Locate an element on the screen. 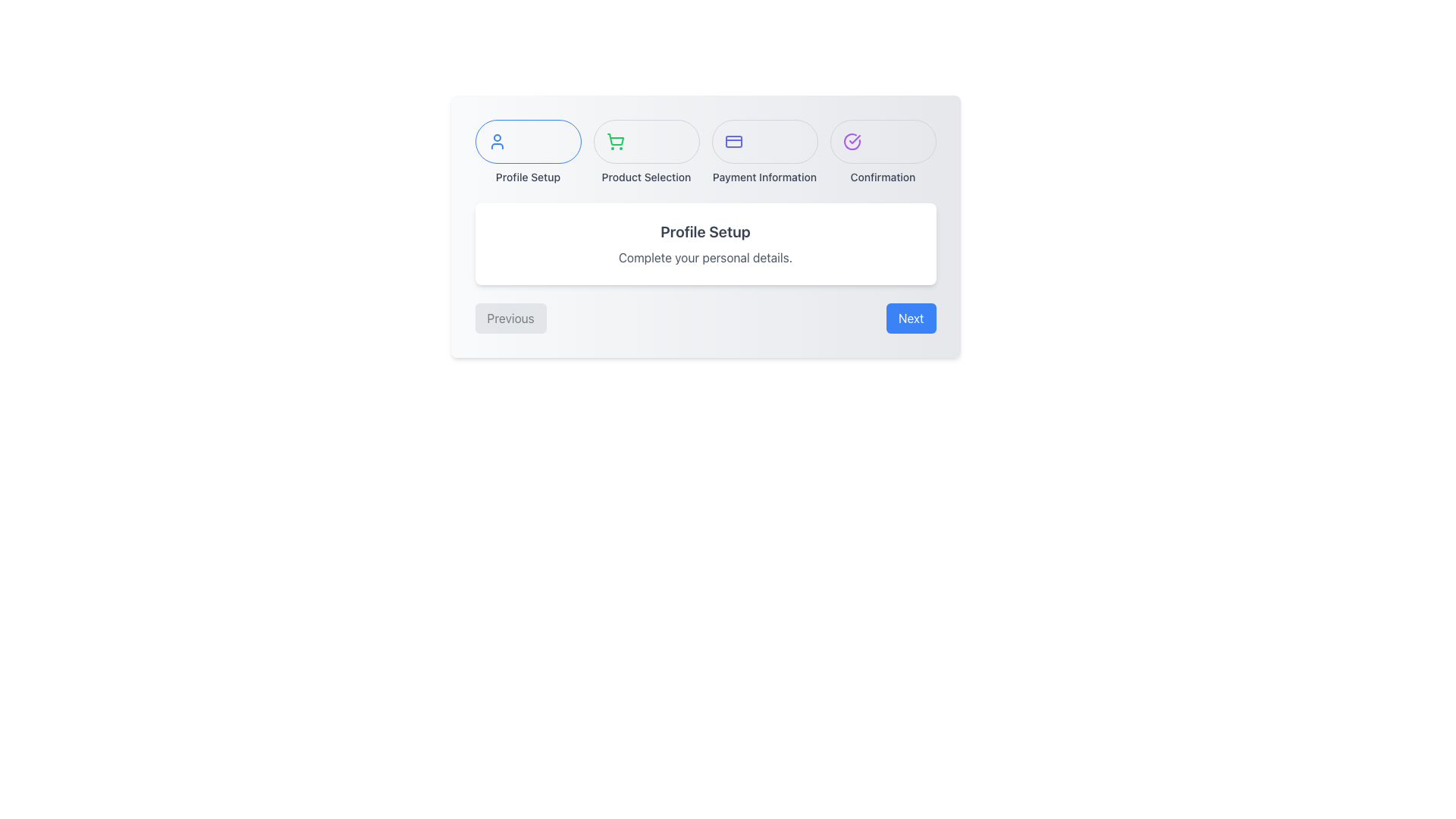 The width and height of the screenshot is (1456, 819). the text element that reads 'Complete your personal details.' which is located beneath the 'Profile Setup' heading is located at coordinates (704, 256).